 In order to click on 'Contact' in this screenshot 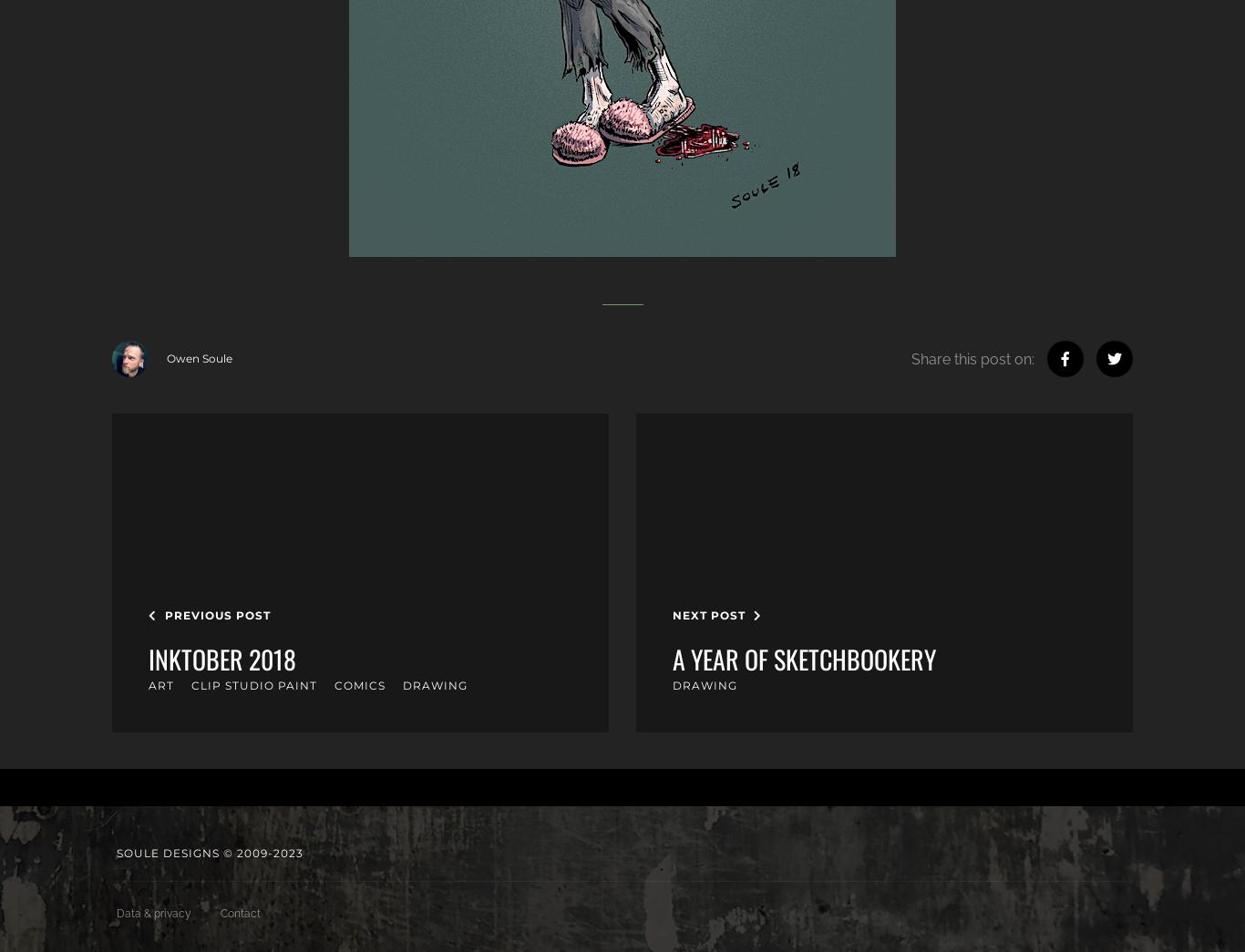, I will do `click(241, 913)`.